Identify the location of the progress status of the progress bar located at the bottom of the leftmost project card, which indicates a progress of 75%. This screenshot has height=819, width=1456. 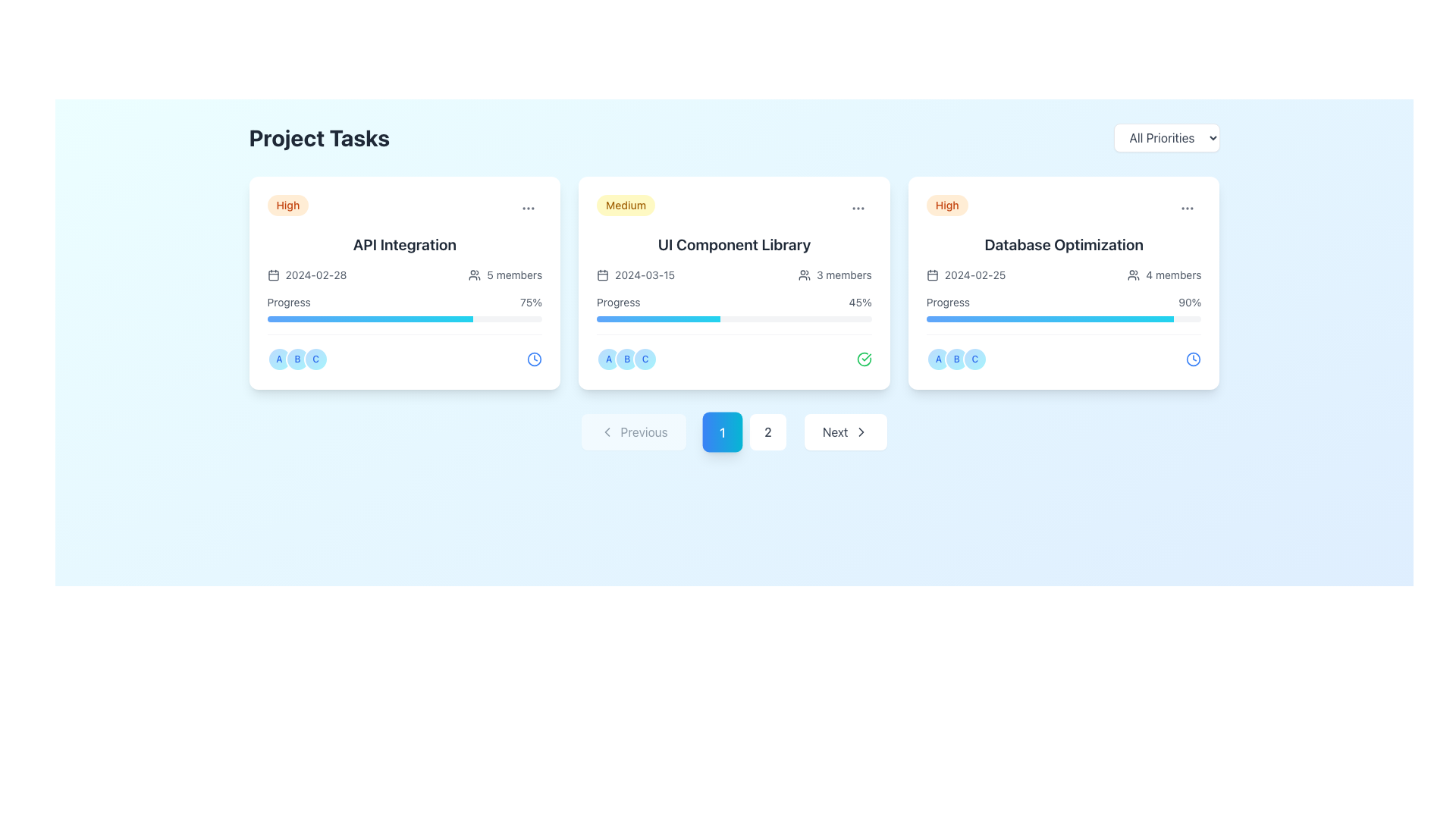
(370, 318).